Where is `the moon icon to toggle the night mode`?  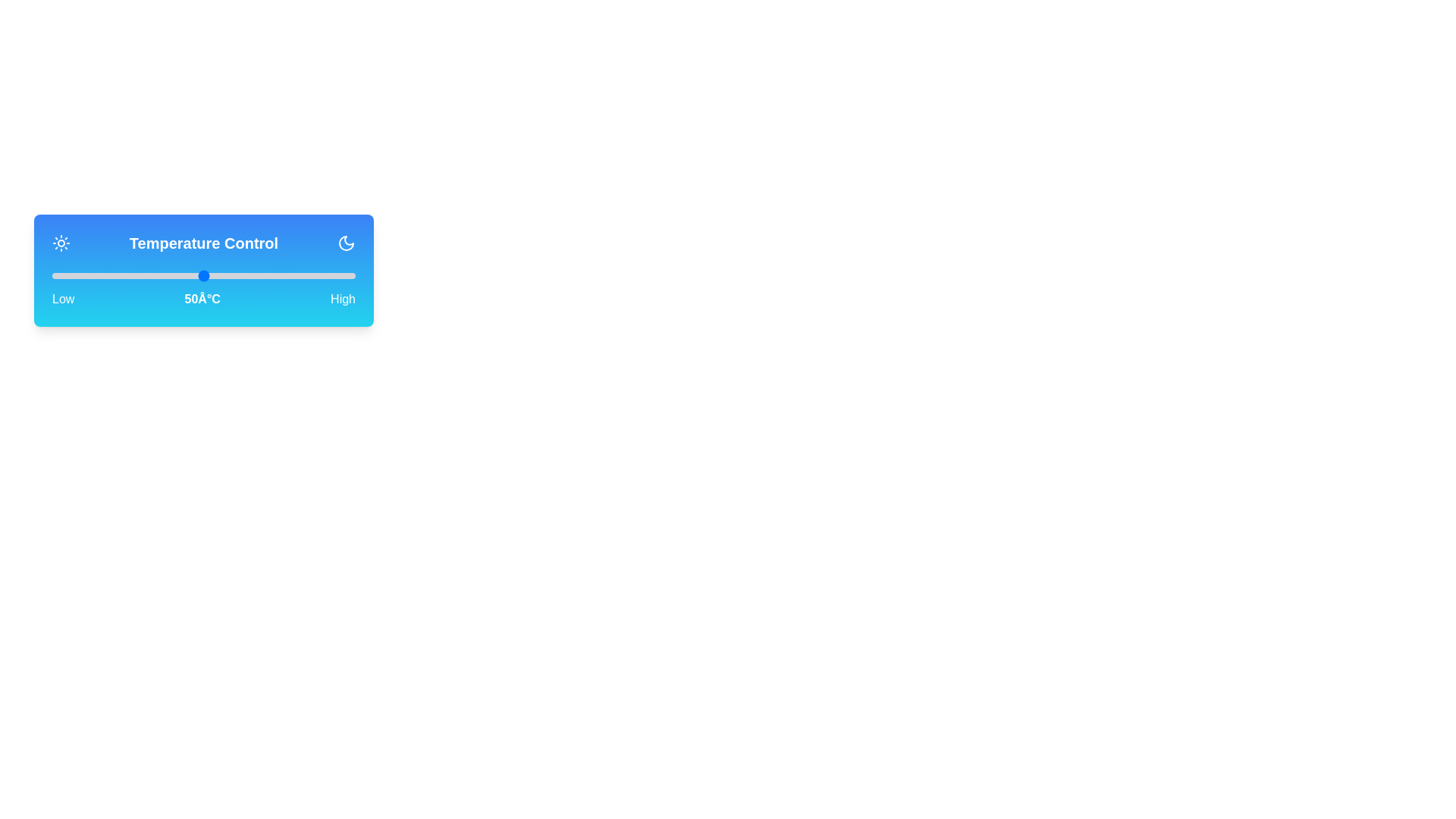
the moon icon to toggle the night mode is located at coordinates (345, 242).